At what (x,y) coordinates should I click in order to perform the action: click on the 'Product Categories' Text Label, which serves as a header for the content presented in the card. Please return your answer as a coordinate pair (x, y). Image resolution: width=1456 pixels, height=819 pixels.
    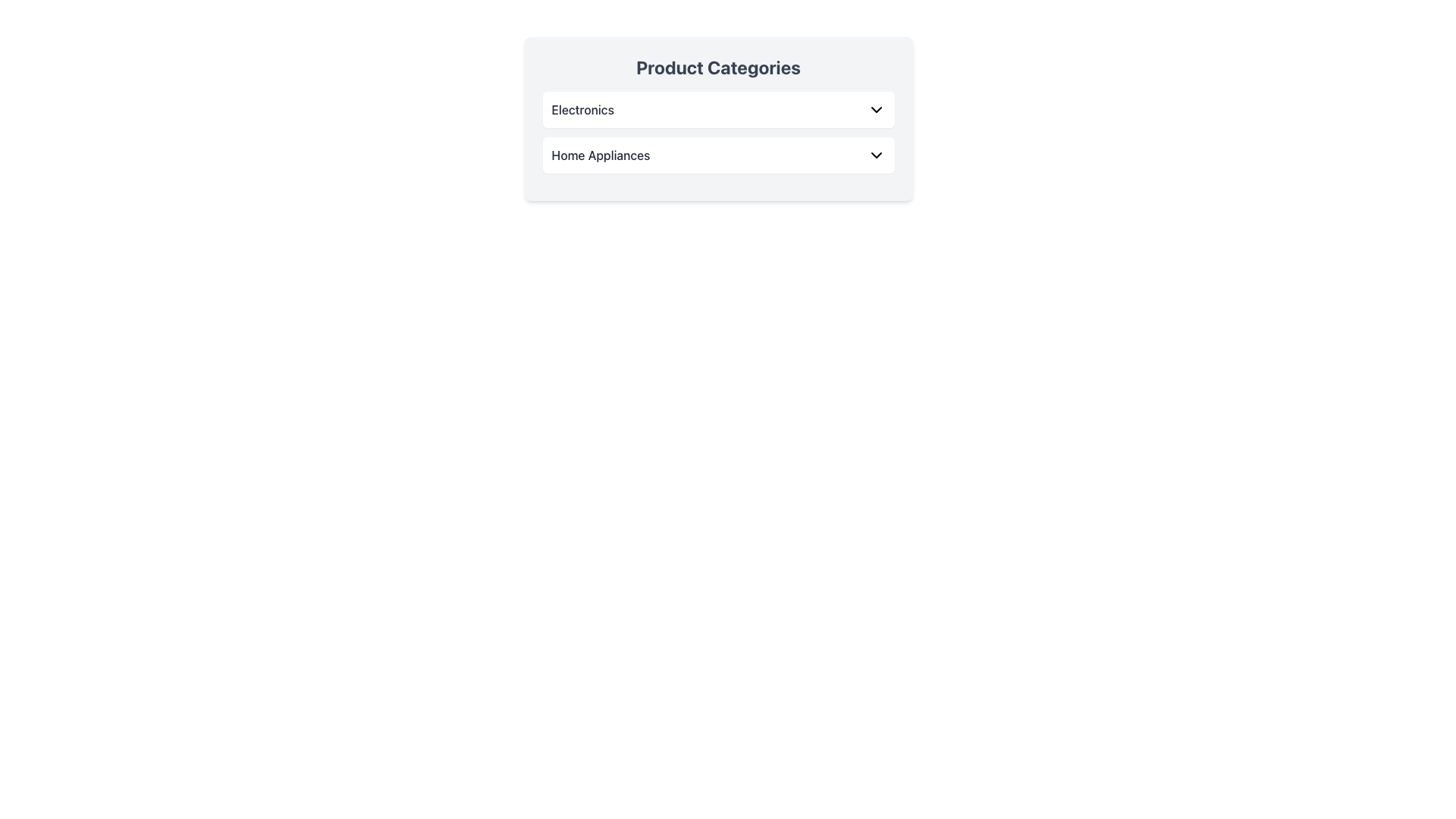
    Looking at the image, I should click on (717, 66).